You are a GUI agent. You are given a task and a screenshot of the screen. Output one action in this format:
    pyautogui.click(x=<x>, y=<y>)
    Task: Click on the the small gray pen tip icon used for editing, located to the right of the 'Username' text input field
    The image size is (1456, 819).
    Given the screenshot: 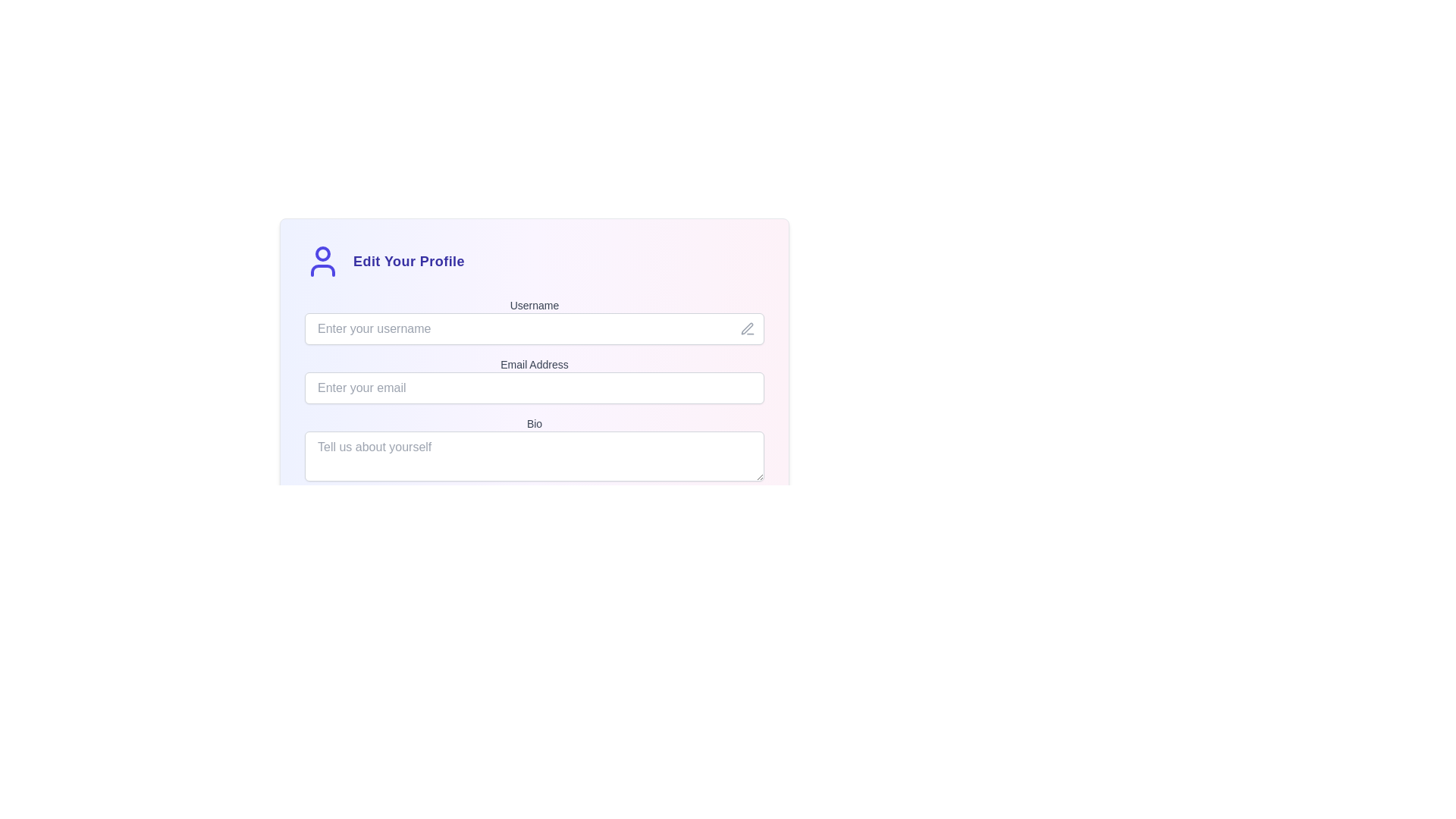 What is the action you would take?
    pyautogui.click(x=747, y=328)
    